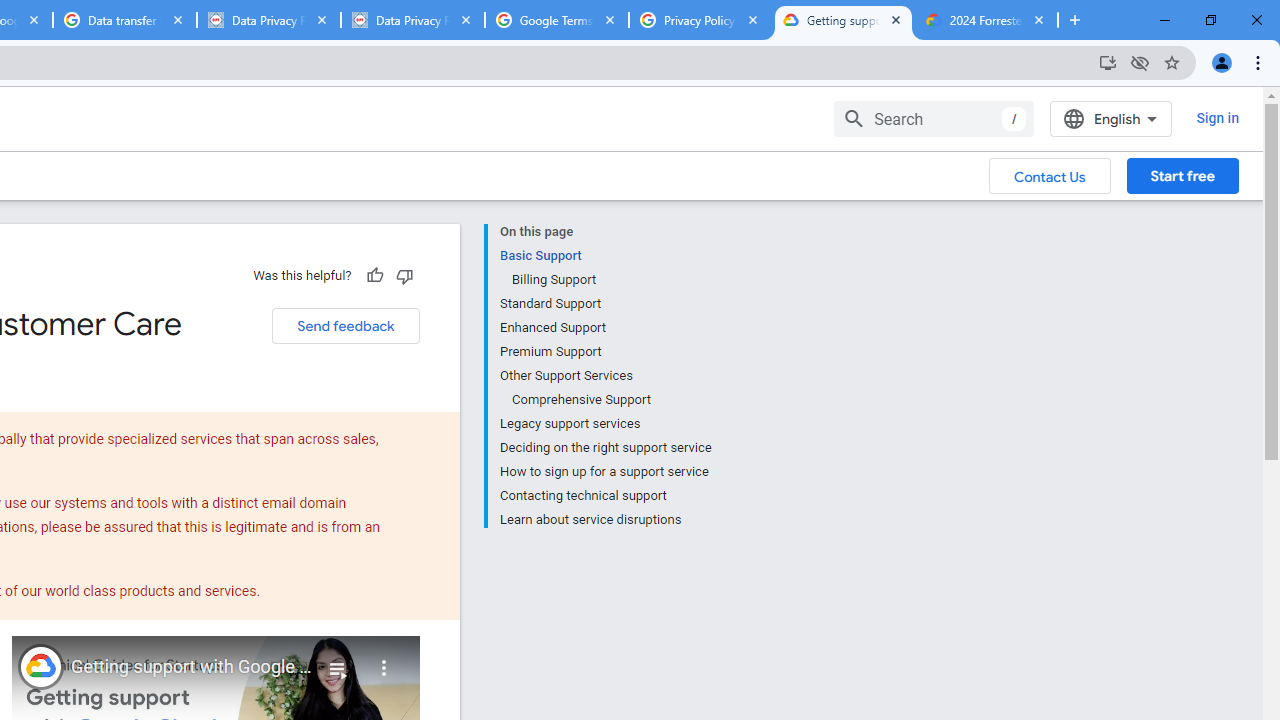 This screenshot has width=1280, height=720. I want to click on 'Not helpful', so click(403, 275).